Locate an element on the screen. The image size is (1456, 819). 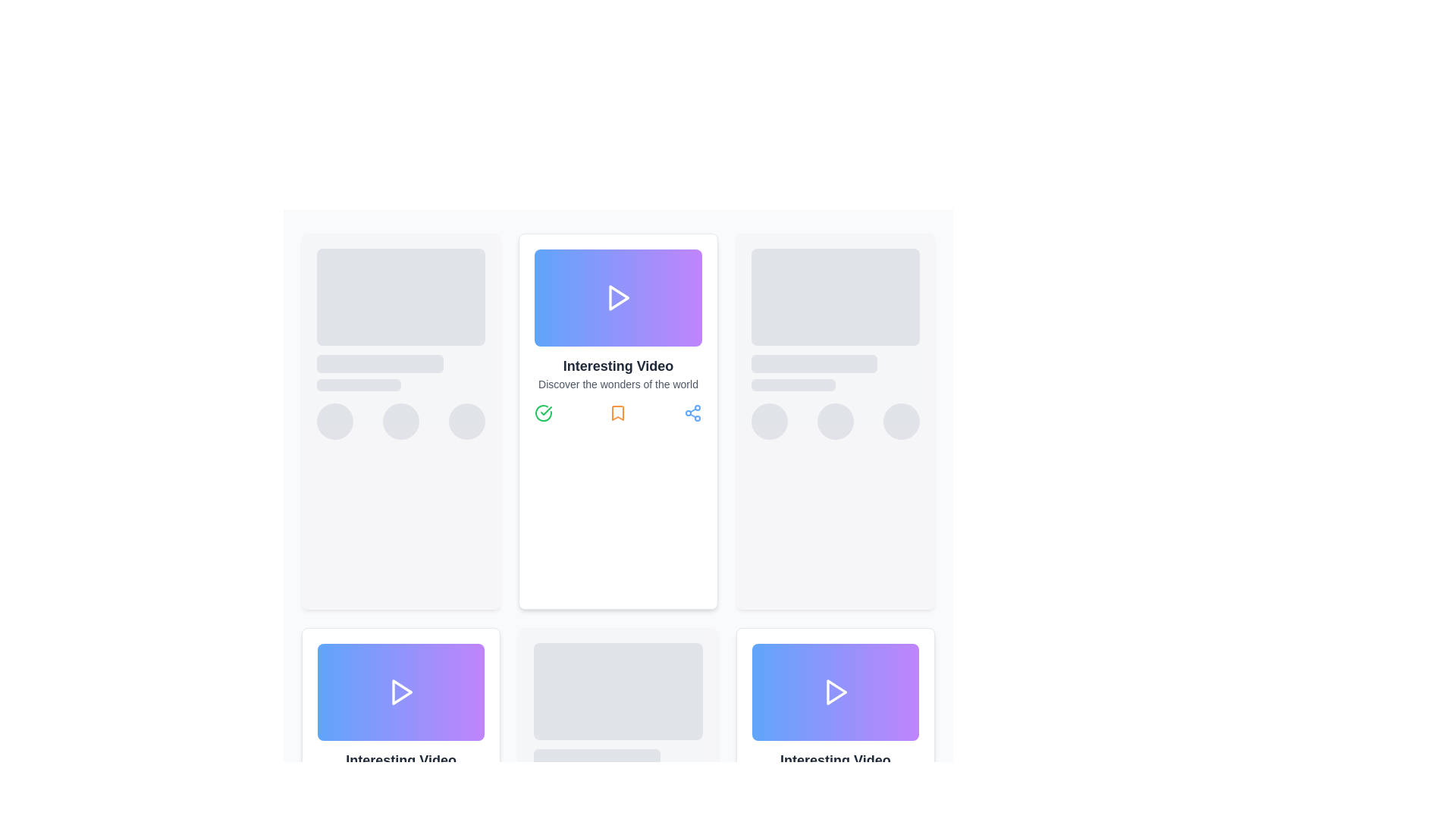
the leftmost icon in the horizontal row of icons at the bottom of the card component, which indicates a completed or validated action is located at coordinates (544, 413).